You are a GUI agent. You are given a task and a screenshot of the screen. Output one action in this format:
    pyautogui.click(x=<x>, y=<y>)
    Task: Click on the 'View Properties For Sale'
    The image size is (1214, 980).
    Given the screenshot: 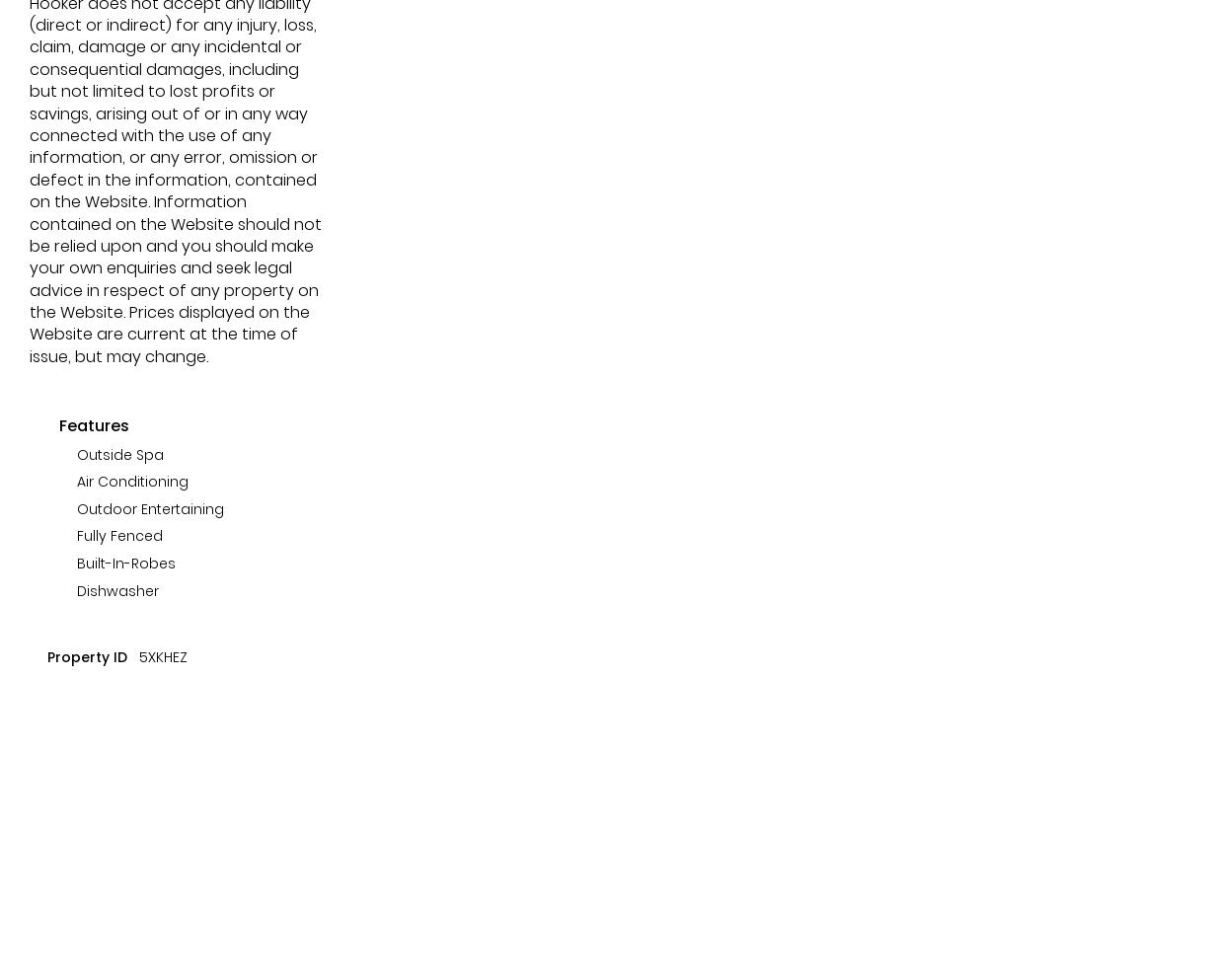 What is the action you would take?
    pyautogui.click(x=177, y=57)
    